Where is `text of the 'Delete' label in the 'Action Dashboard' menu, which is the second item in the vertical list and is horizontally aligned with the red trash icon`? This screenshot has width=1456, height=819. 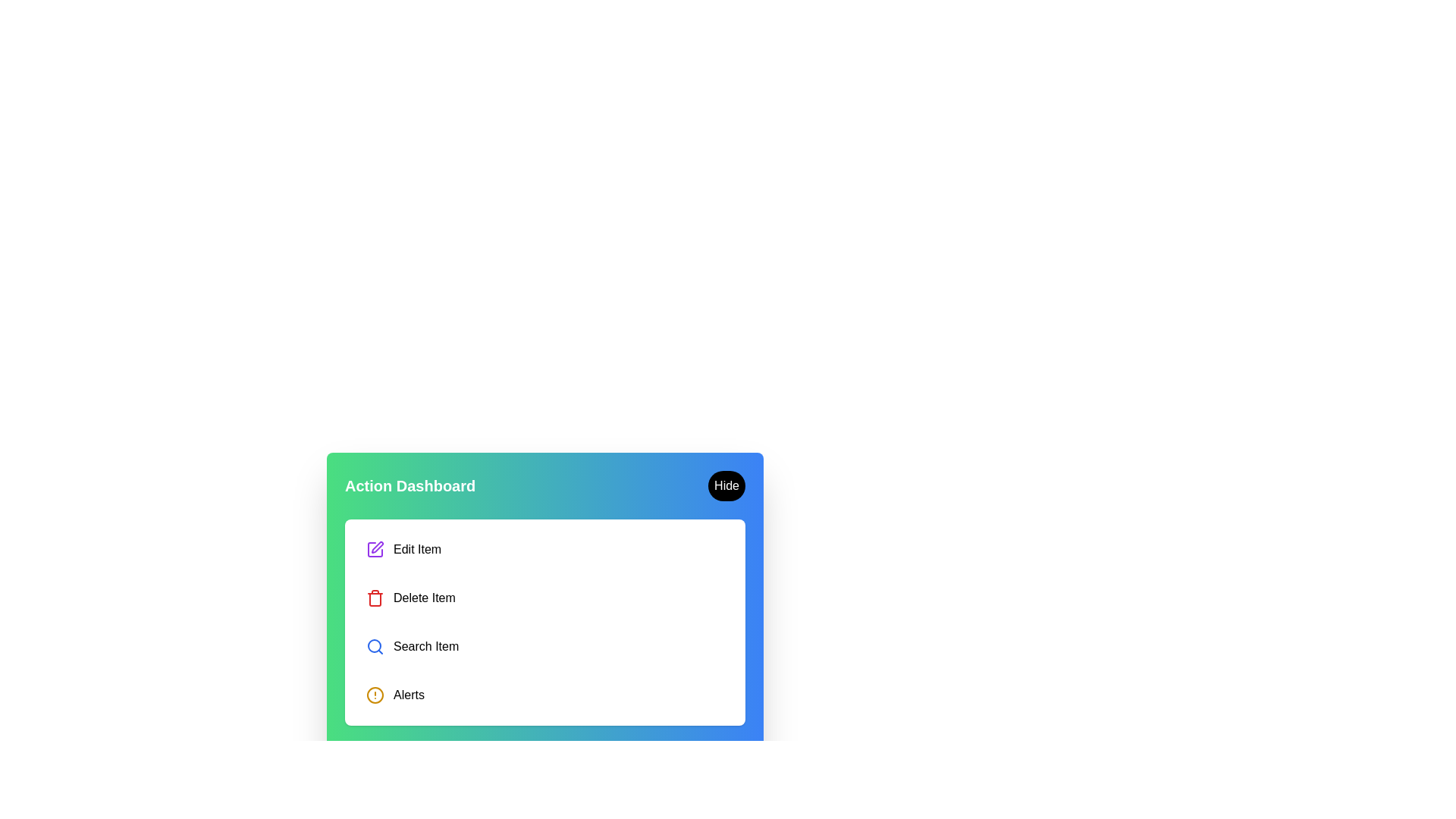 text of the 'Delete' label in the 'Action Dashboard' menu, which is the second item in the vertical list and is horizontally aligned with the red trash icon is located at coordinates (424, 598).